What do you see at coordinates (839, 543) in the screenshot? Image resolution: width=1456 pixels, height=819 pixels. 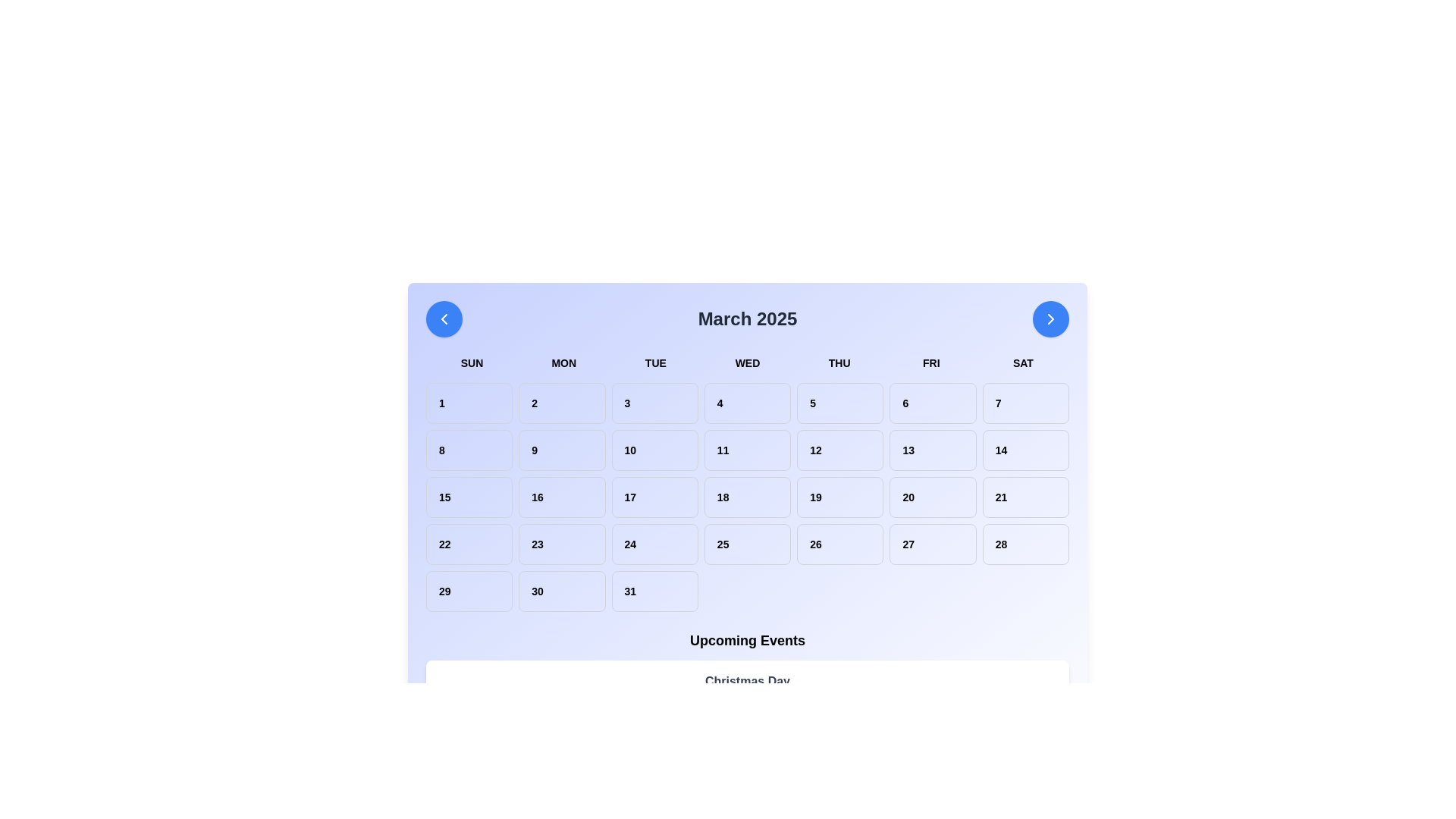 I see `the calendar date button representing the date '26'` at bounding box center [839, 543].